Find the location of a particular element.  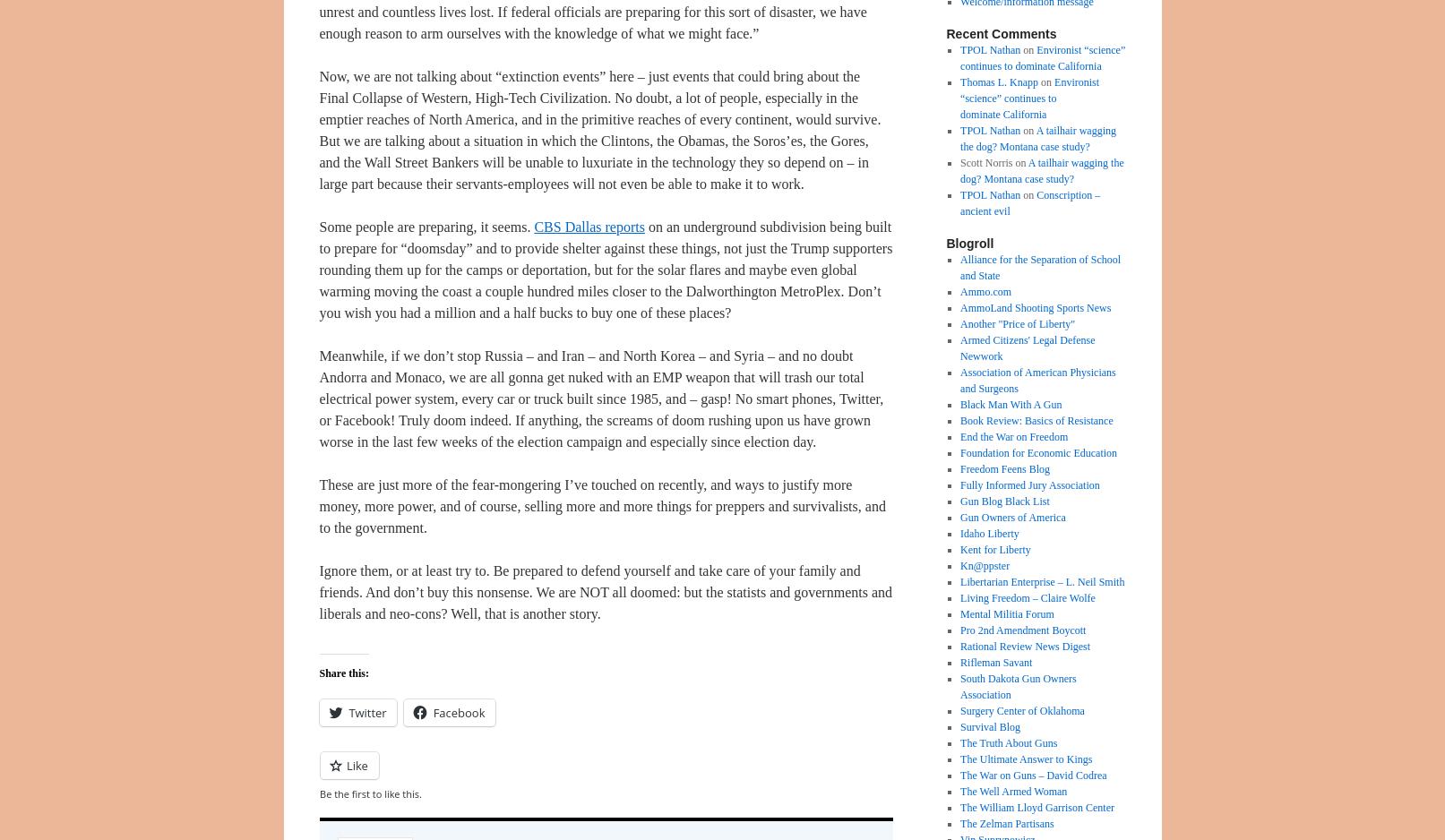

'The William Lloyd Garrison Center' is located at coordinates (1036, 807).